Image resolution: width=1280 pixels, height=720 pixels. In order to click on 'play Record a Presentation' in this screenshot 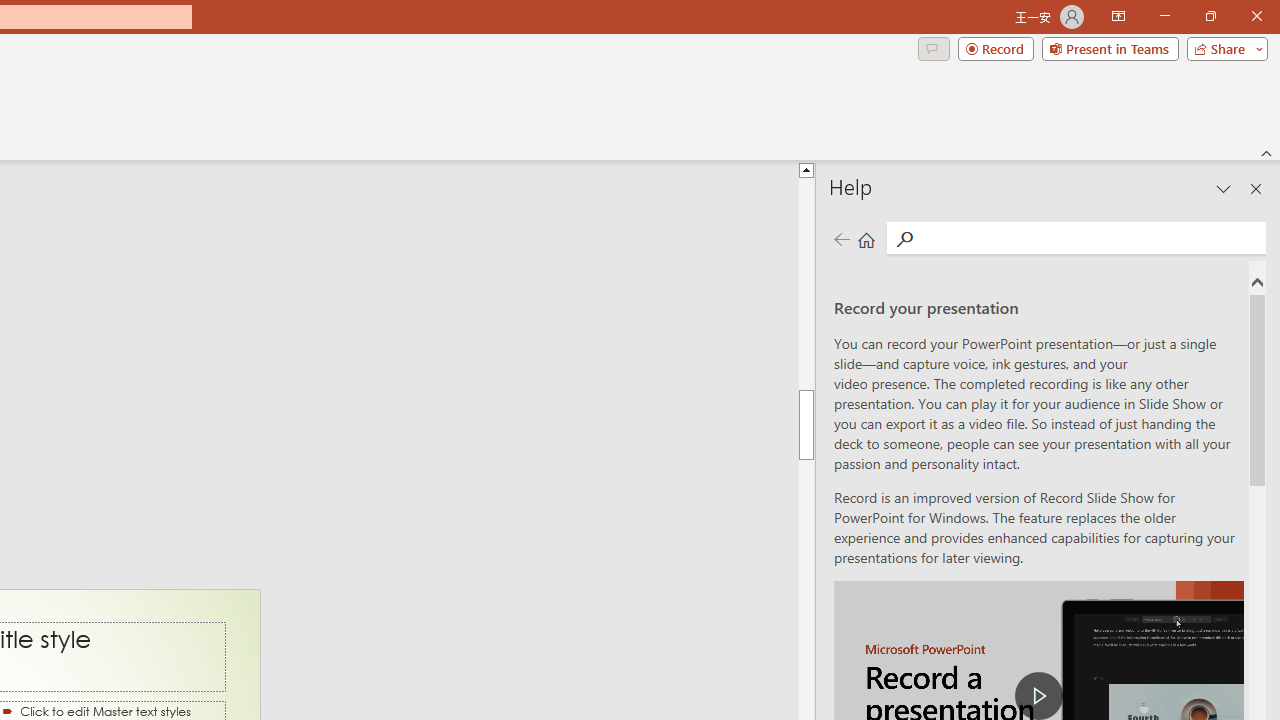, I will do `click(1038, 694)`.